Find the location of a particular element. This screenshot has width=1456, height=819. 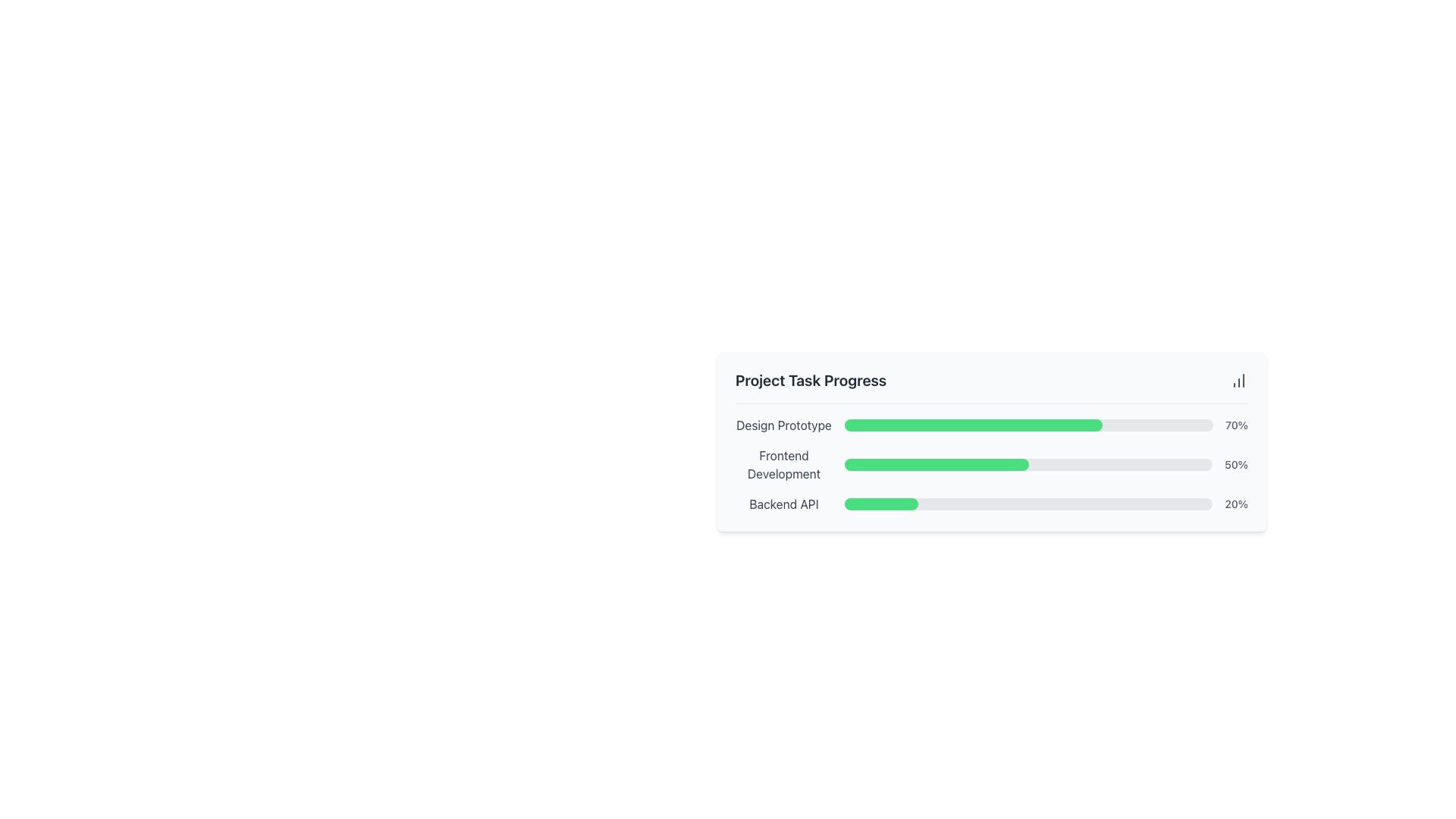

label and percentage of the second progress bar in the 'Project Task Progress' card, which indicates that 'Frontend Development' is 50% complete is located at coordinates (992, 464).